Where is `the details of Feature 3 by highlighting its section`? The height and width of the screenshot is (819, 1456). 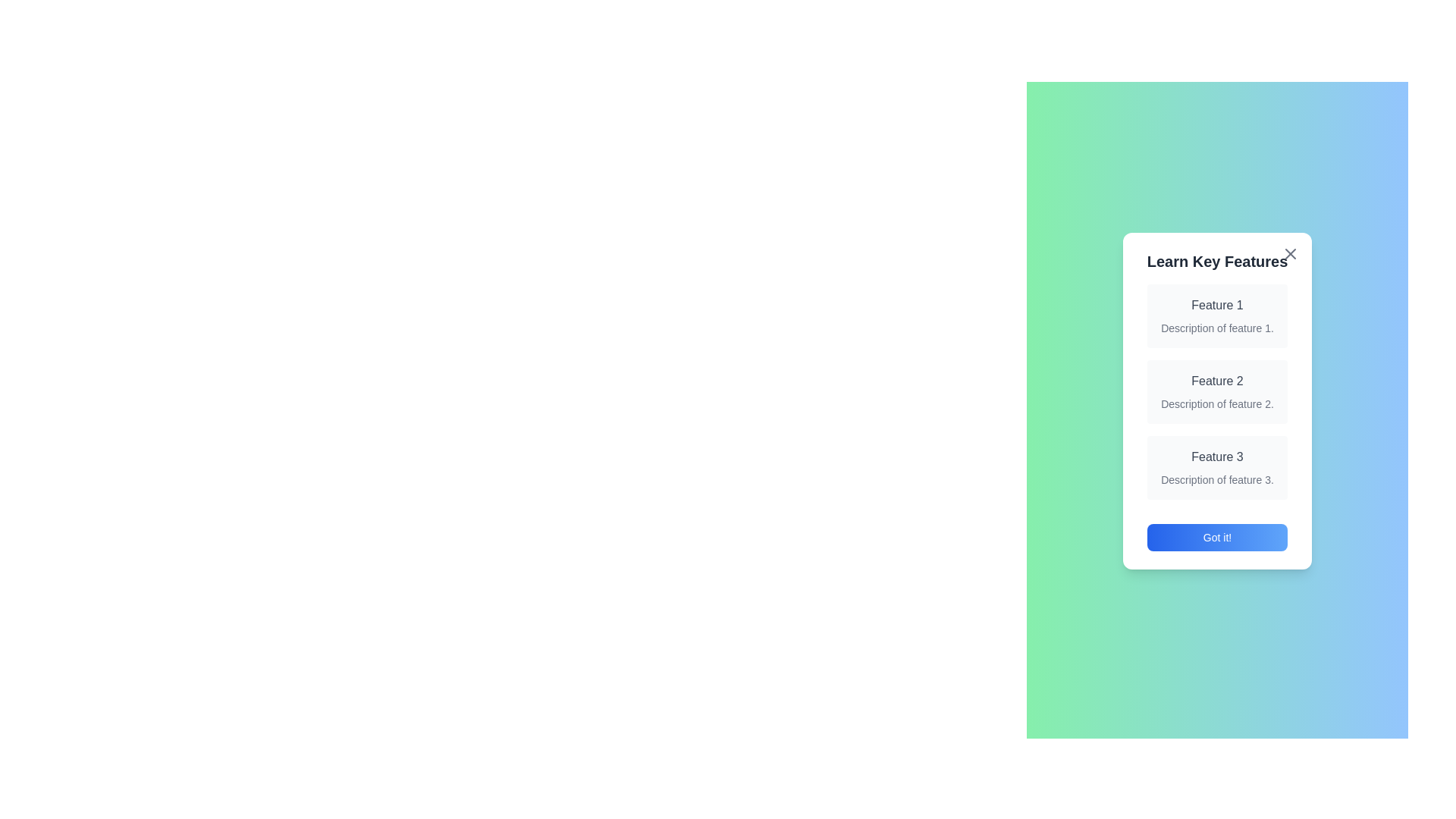
the details of Feature 3 by highlighting its section is located at coordinates (1216, 467).